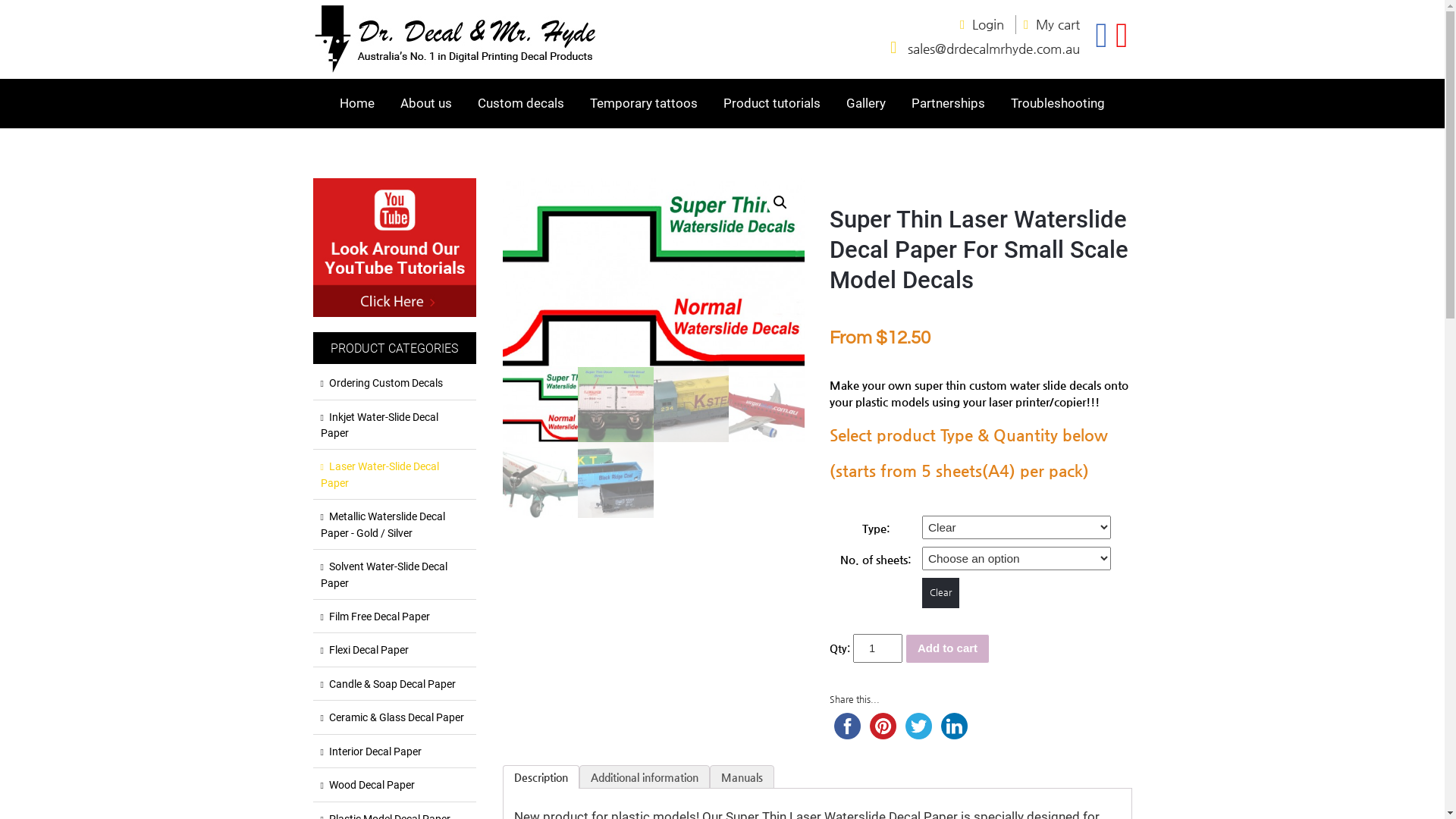  Describe the element at coordinates (644, 777) in the screenshot. I see `'Additional information'` at that location.